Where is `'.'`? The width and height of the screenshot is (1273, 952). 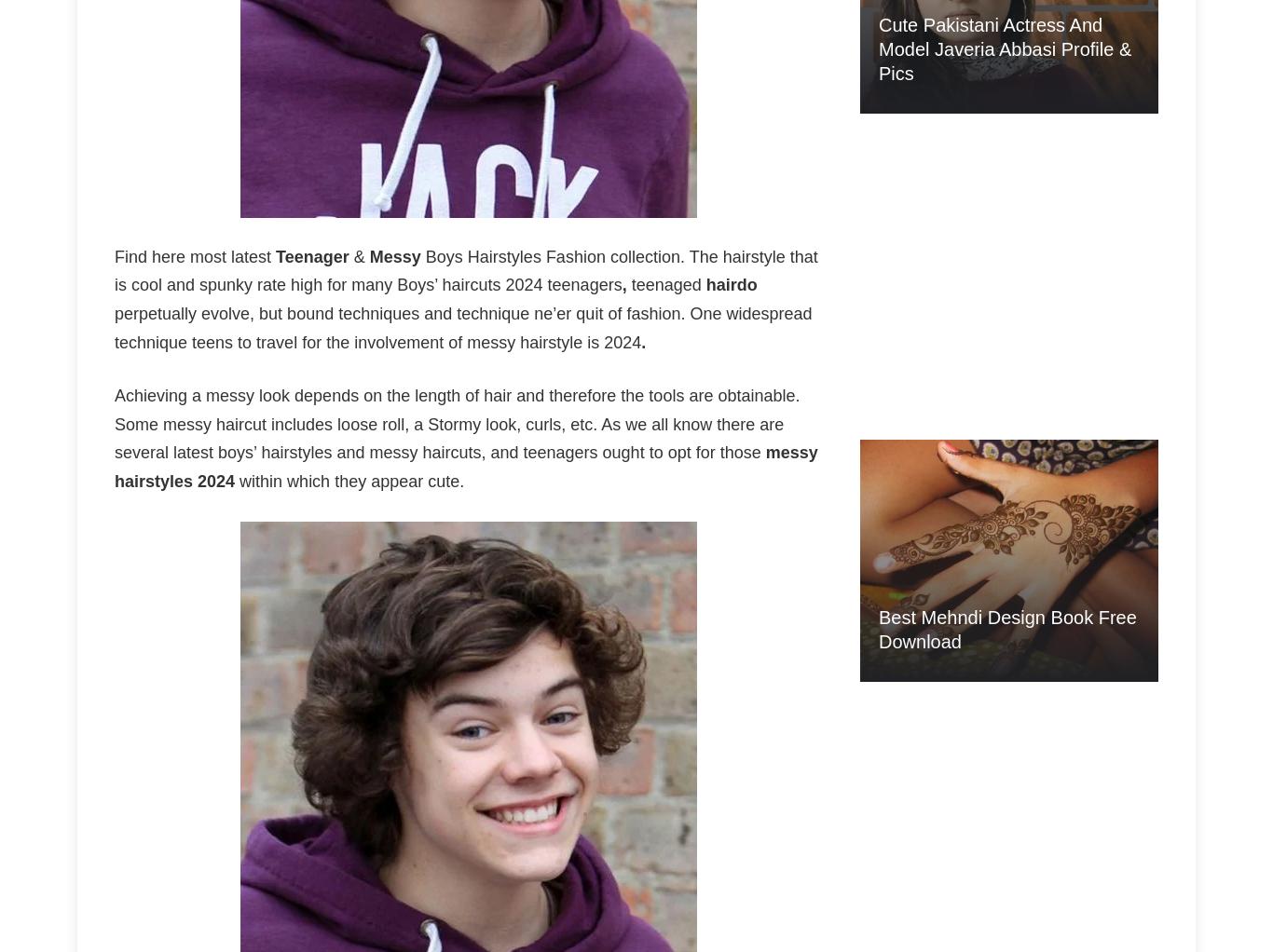 '.' is located at coordinates (643, 341).